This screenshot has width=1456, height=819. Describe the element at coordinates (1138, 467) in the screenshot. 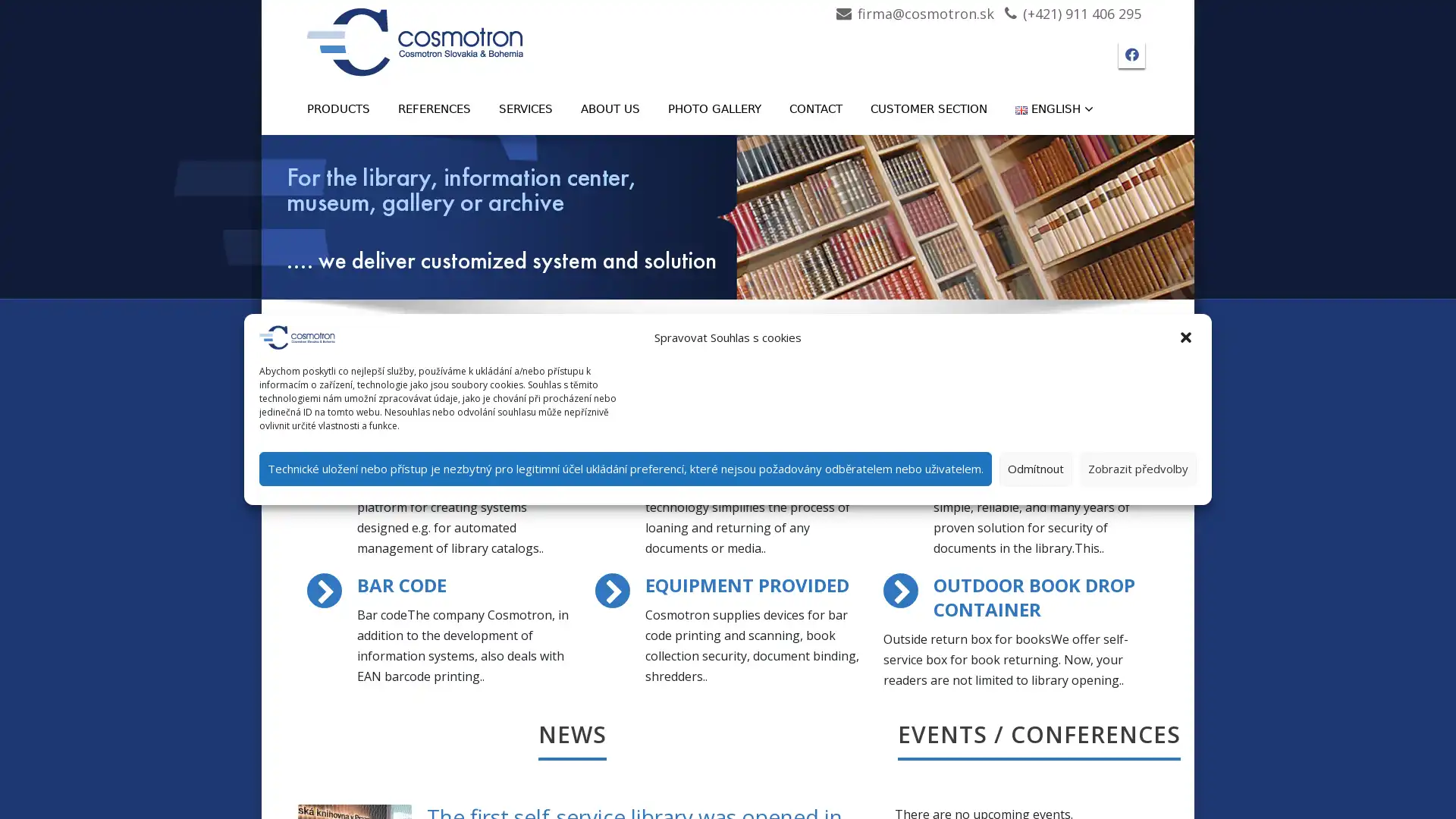

I see `Zobrazit predvolby` at that location.